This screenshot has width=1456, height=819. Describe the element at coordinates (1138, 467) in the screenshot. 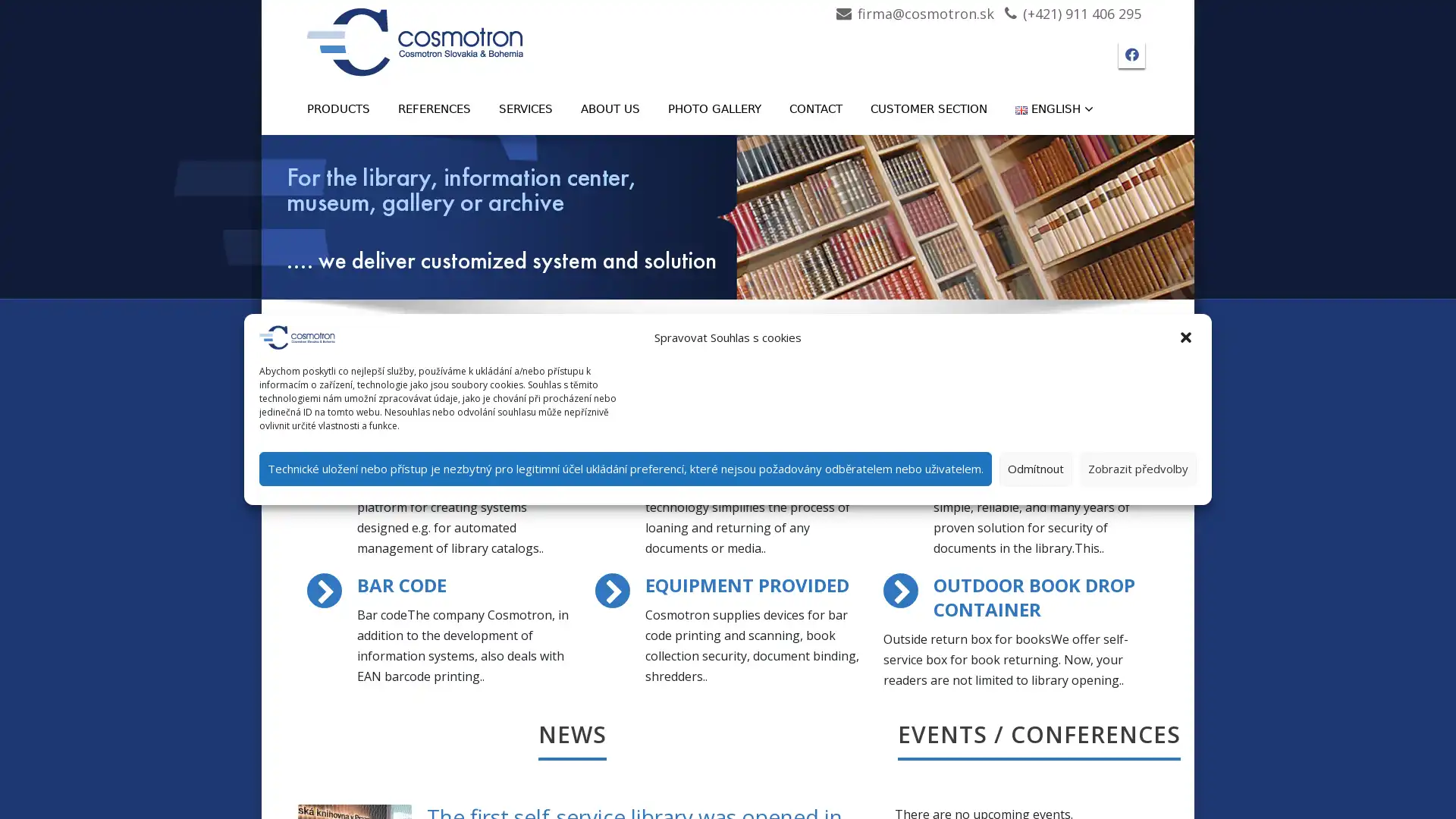

I see `Zobrazit predvolby` at that location.